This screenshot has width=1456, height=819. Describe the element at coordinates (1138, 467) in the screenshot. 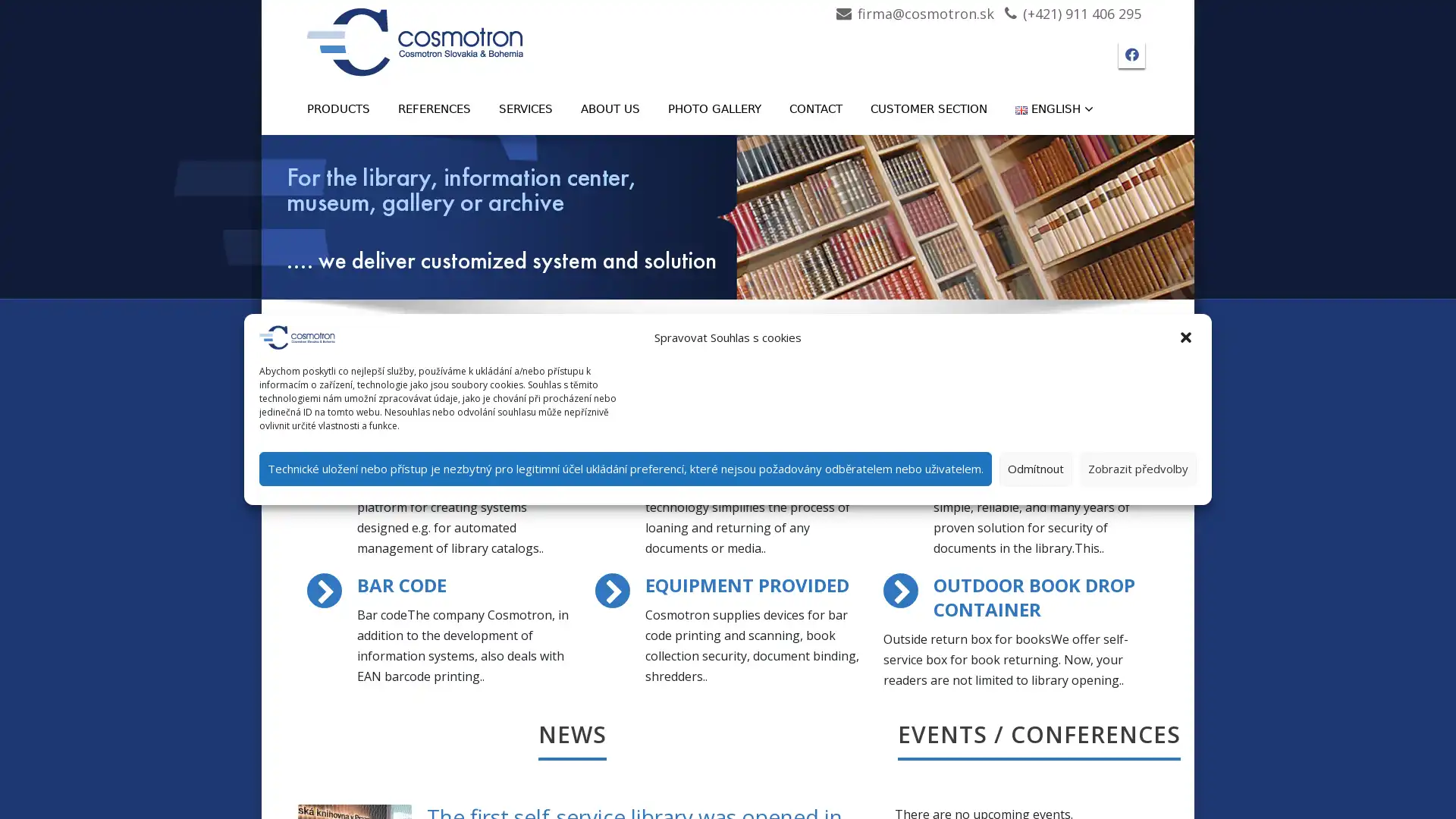

I see `Zobrazit predvolby` at that location.